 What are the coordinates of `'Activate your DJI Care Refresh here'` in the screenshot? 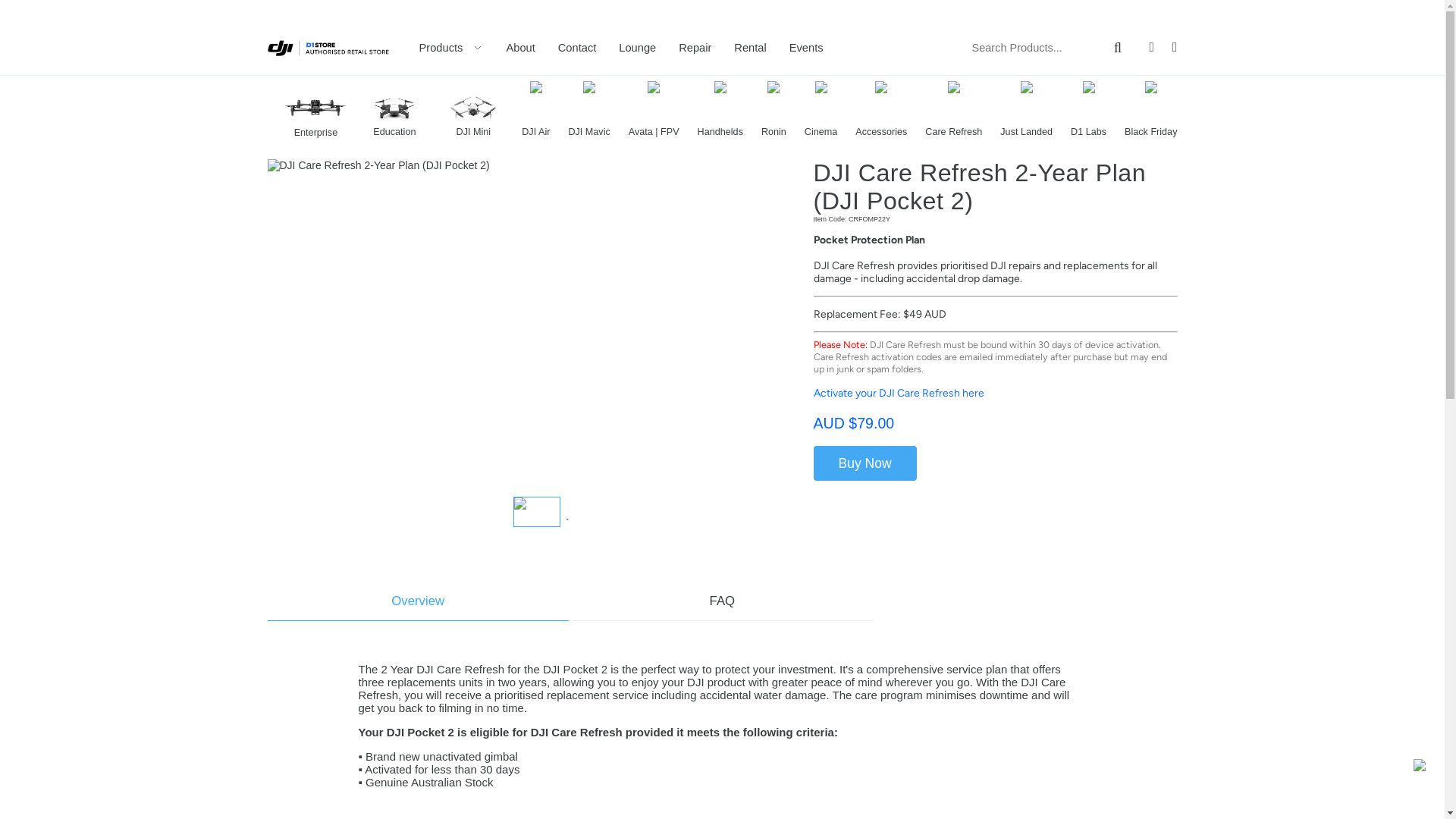 It's located at (898, 392).